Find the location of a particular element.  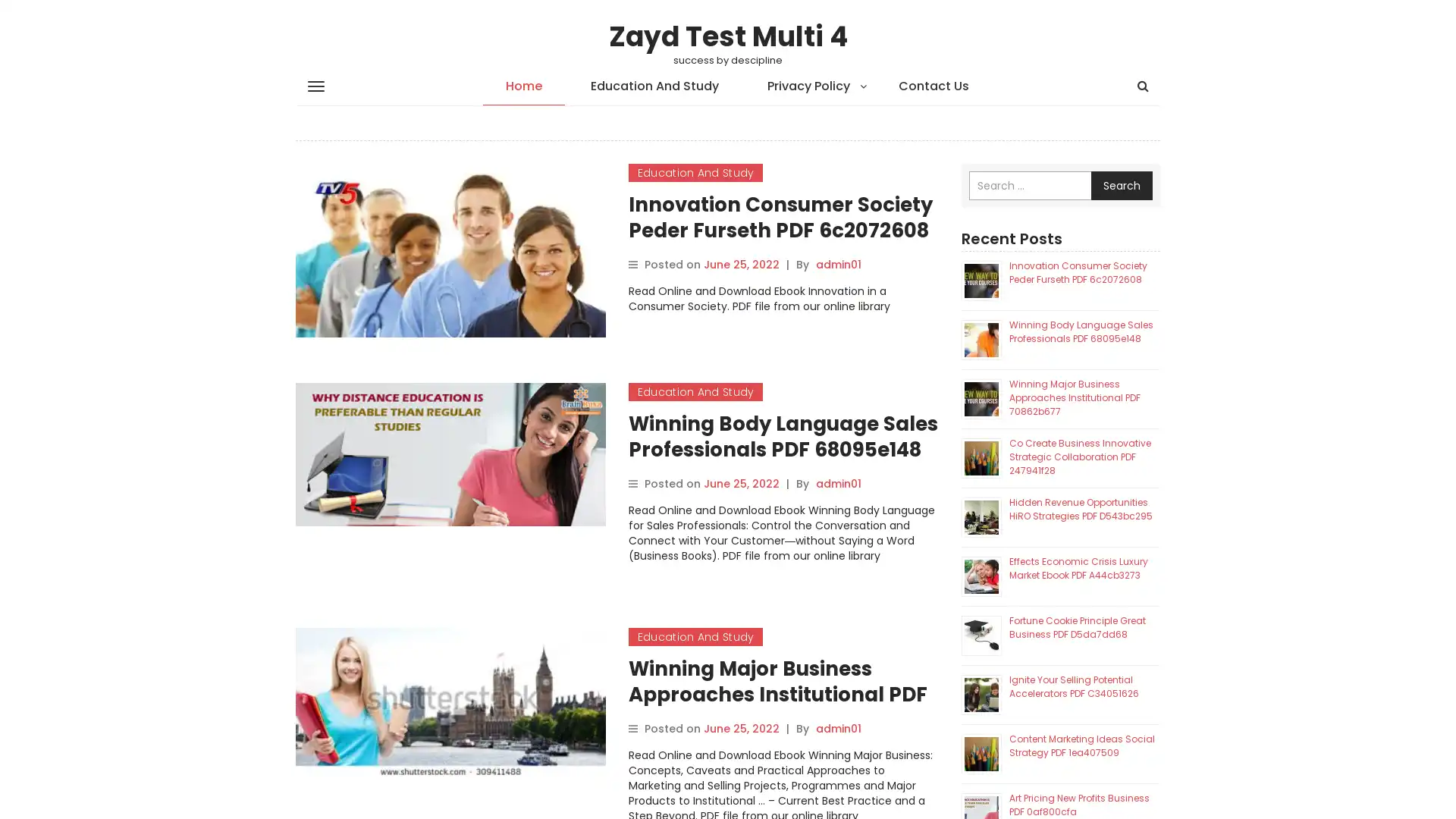

Search is located at coordinates (1122, 185).